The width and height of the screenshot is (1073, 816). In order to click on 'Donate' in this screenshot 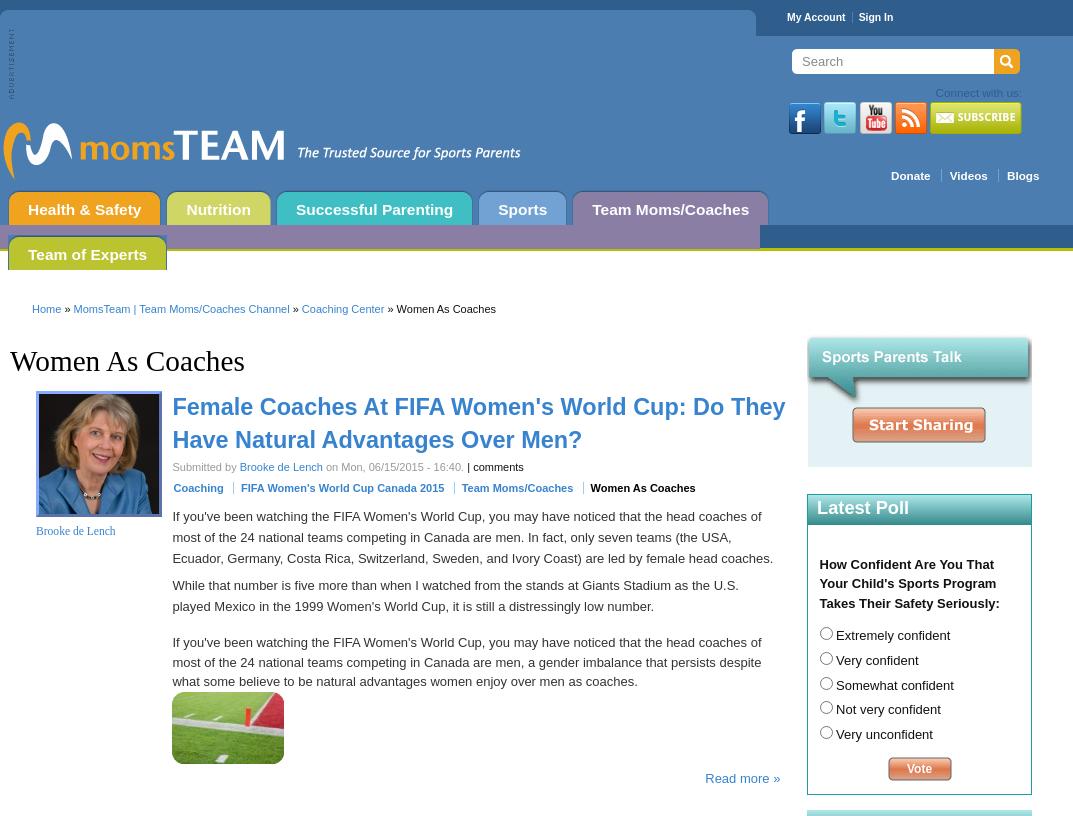, I will do `click(910, 175)`.